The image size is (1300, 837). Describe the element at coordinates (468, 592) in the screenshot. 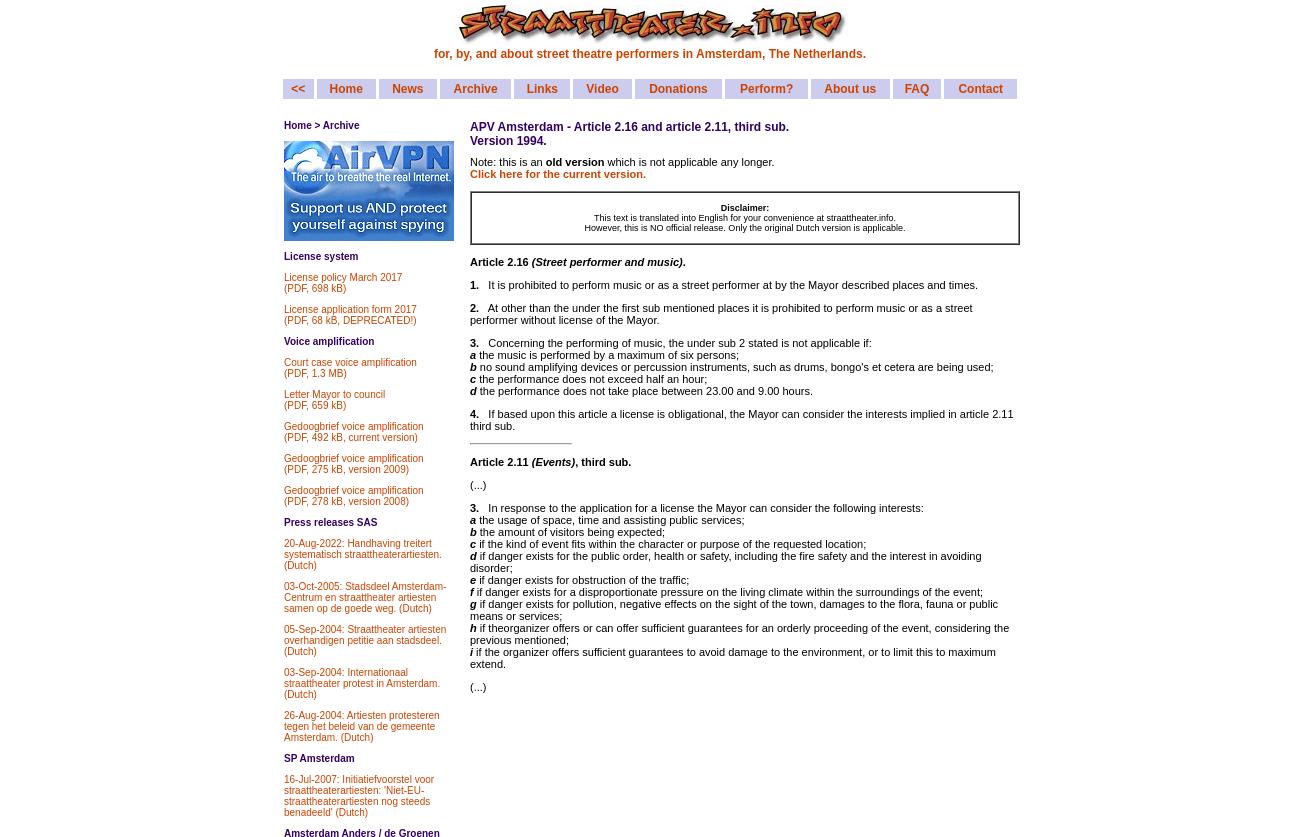

I see `'f'` at that location.